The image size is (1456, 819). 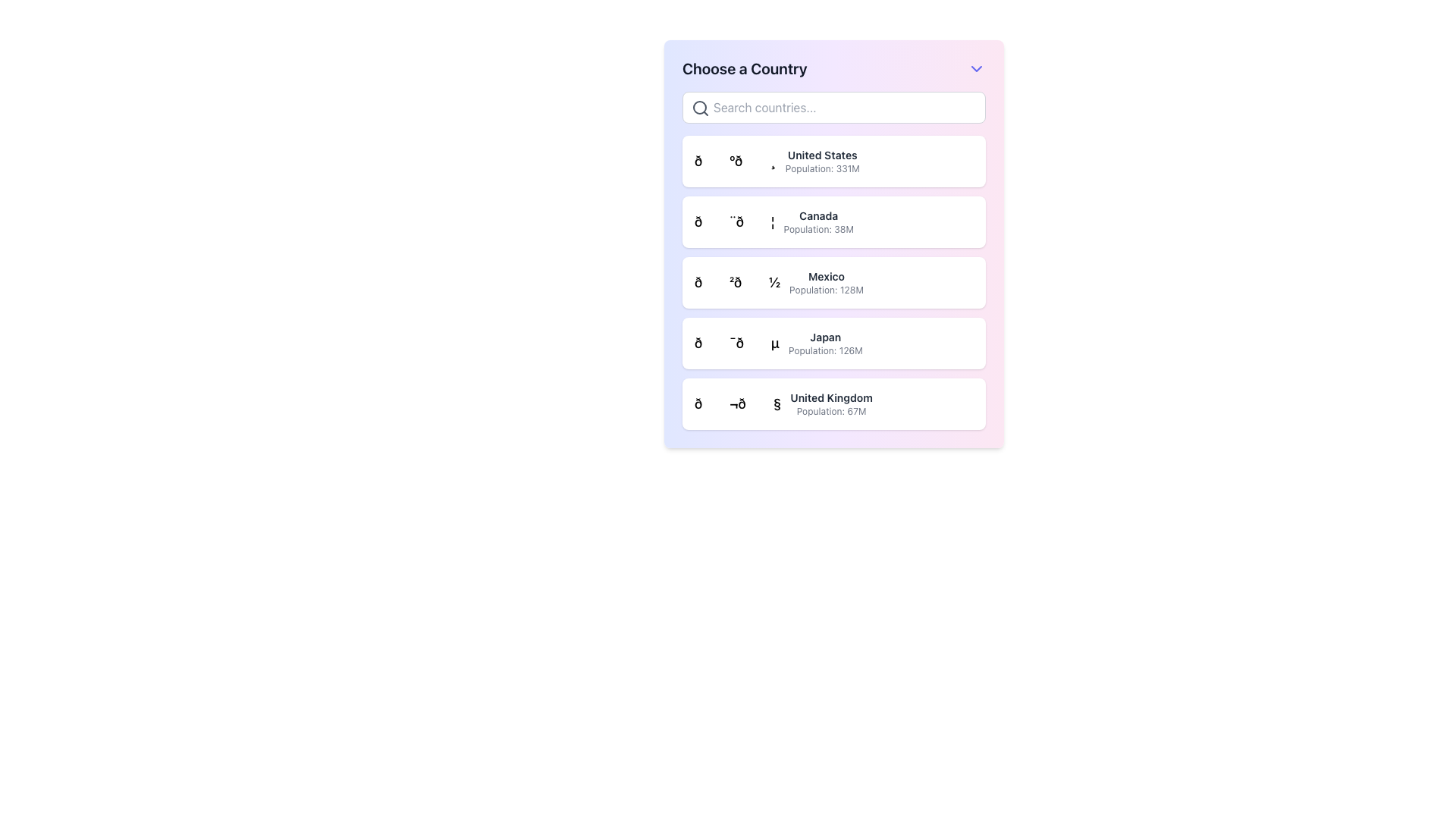 What do you see at coordinates (825, 283) in the screenshot?
I see `the text element displaying 'Mexico' and 'Population: 128M', which is positioned within the third item of a vertical list of options, adjacent to a flag icon` at bounding box center [825, 283].